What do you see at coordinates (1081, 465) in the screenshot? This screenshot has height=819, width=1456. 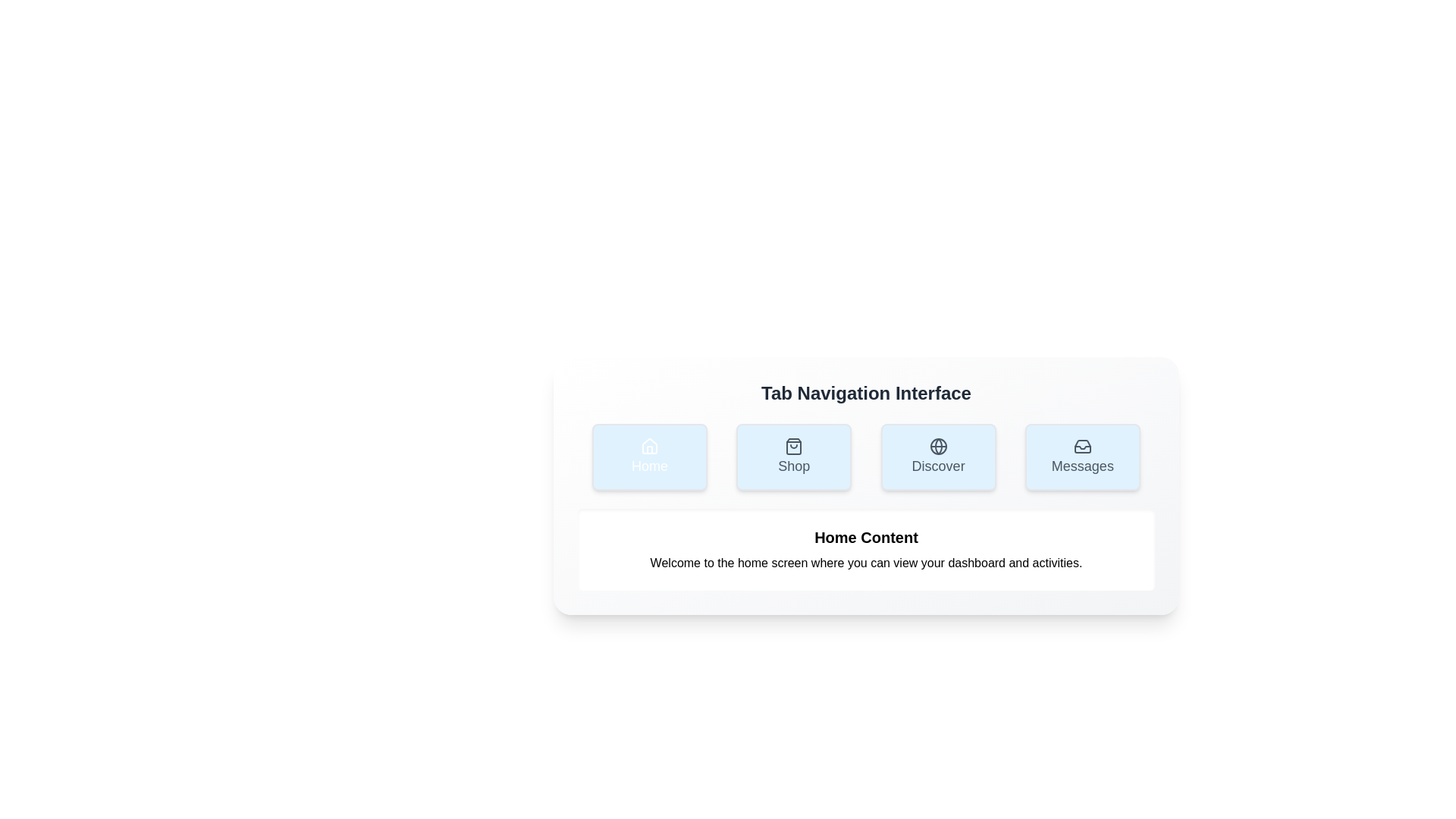 I see `the 'Messages' button, which is the fourth button in the horizontal navigation bar, featuring a light blue background and rounded corners` at bounding box center [1081, 465].